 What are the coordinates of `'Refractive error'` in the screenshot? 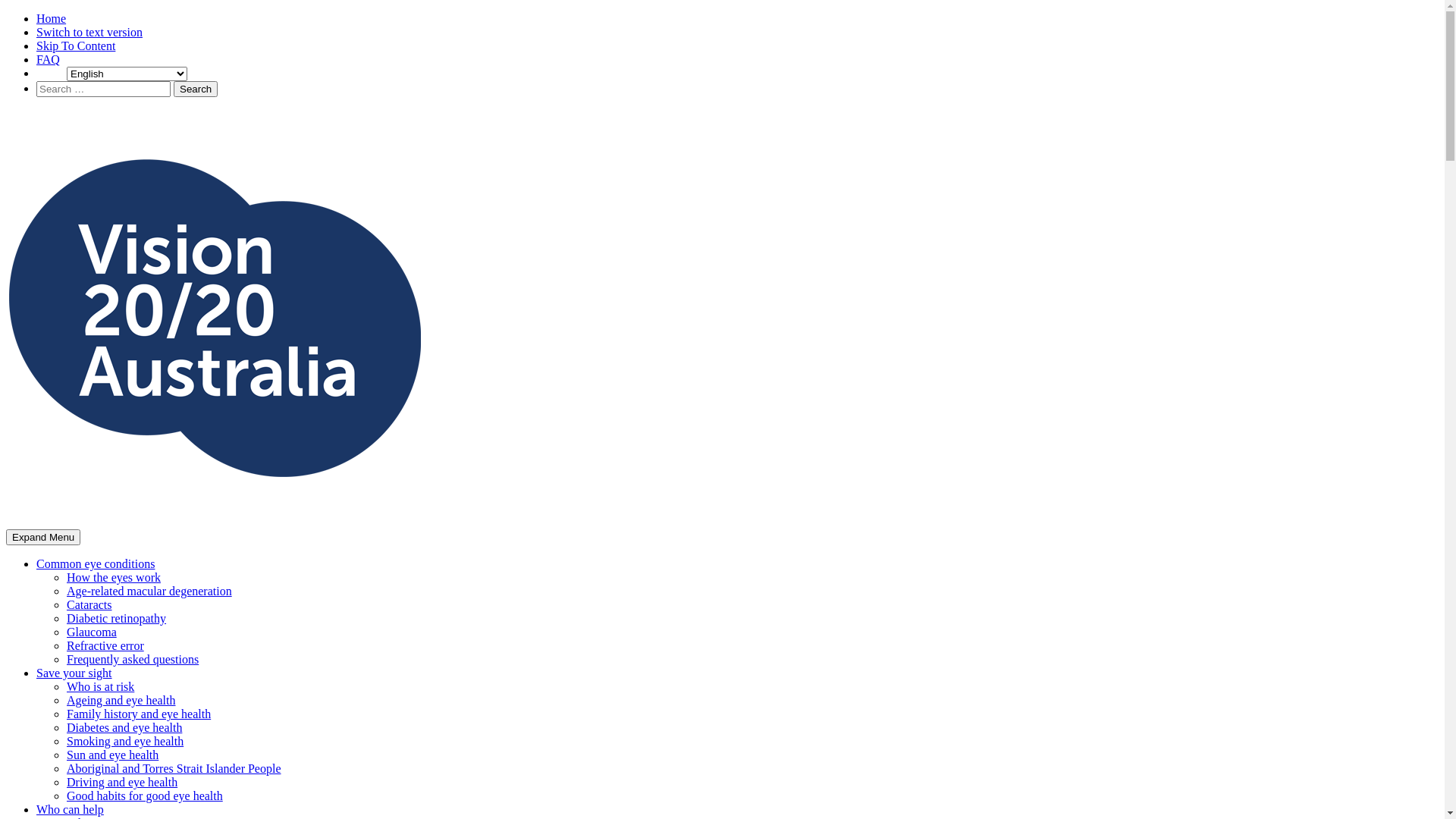 It's located at (65, 645).